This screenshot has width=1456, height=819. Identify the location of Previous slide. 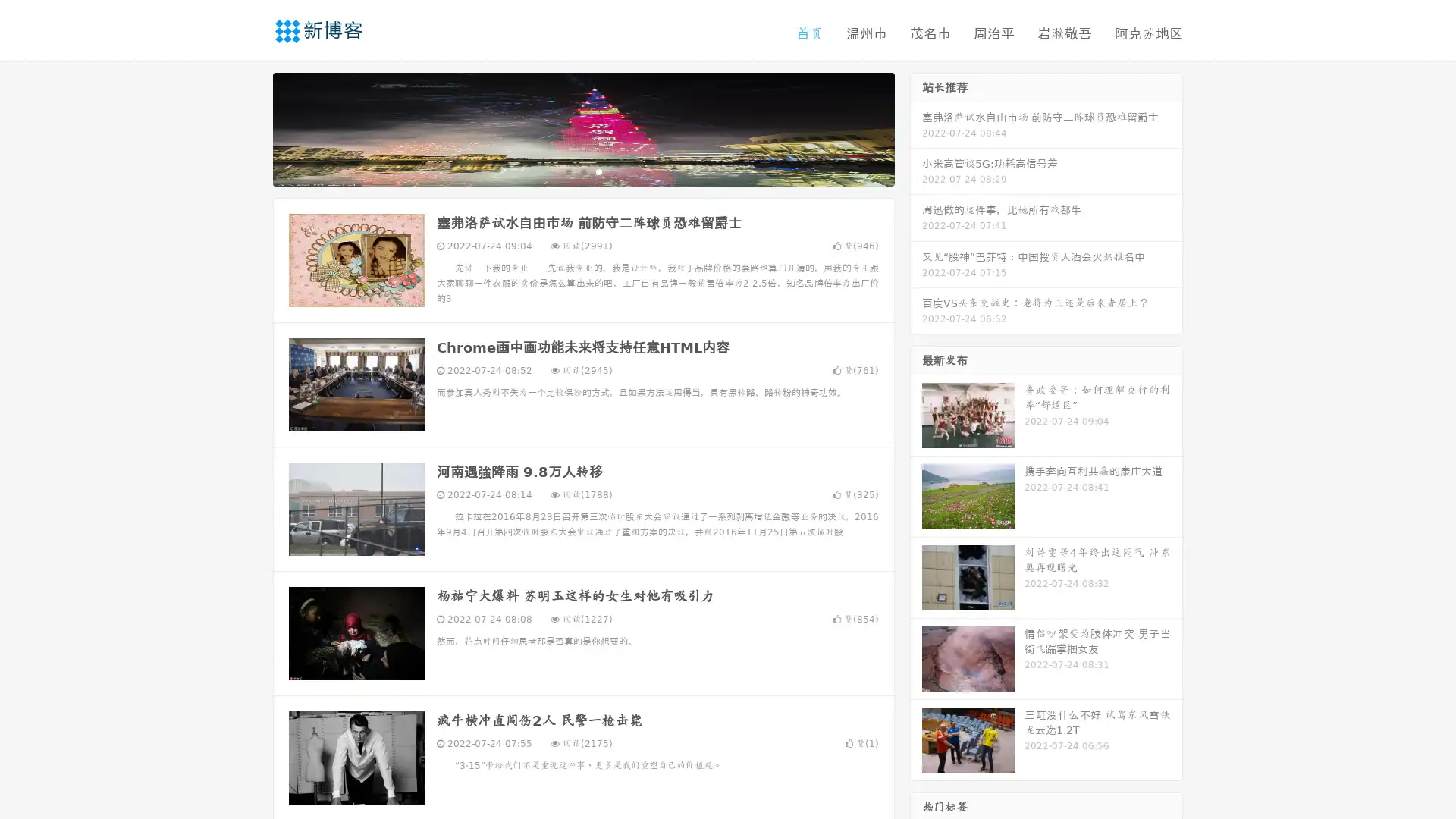
(250, 127).